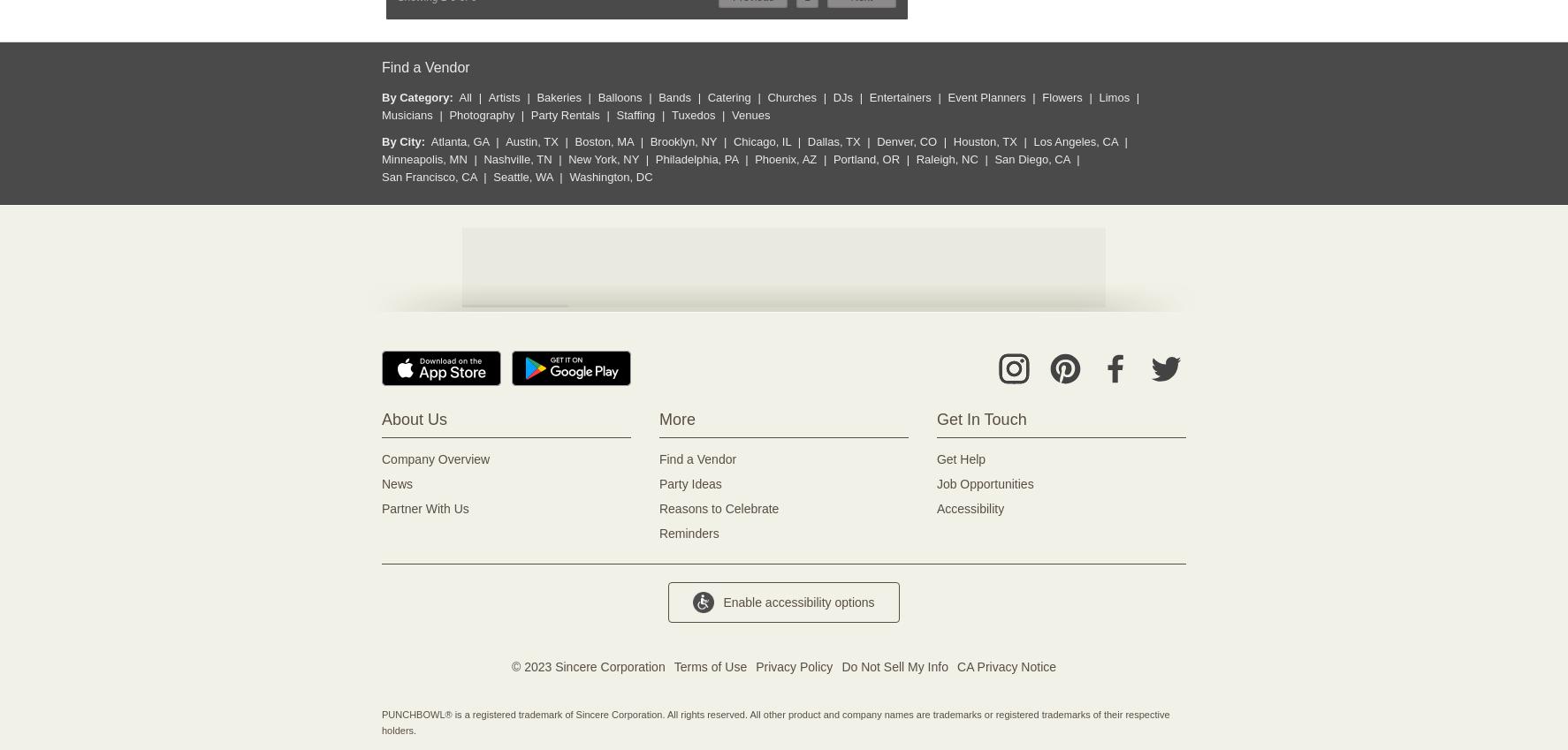 This screenshot has height=750, width=1568. Describe the element at coordinates (841, 96) in the screenshot. I see `'DJs'` at that location.